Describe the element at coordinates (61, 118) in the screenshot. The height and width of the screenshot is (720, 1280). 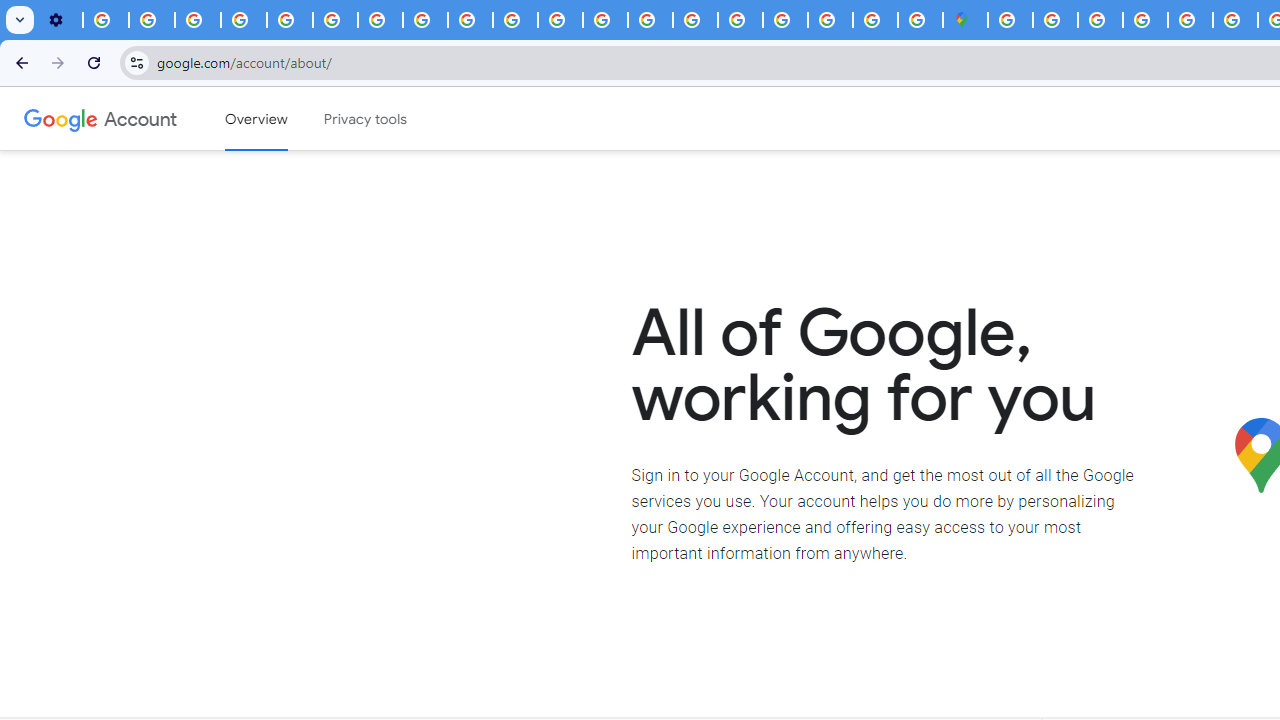
I see `'Google logo'` at that location.